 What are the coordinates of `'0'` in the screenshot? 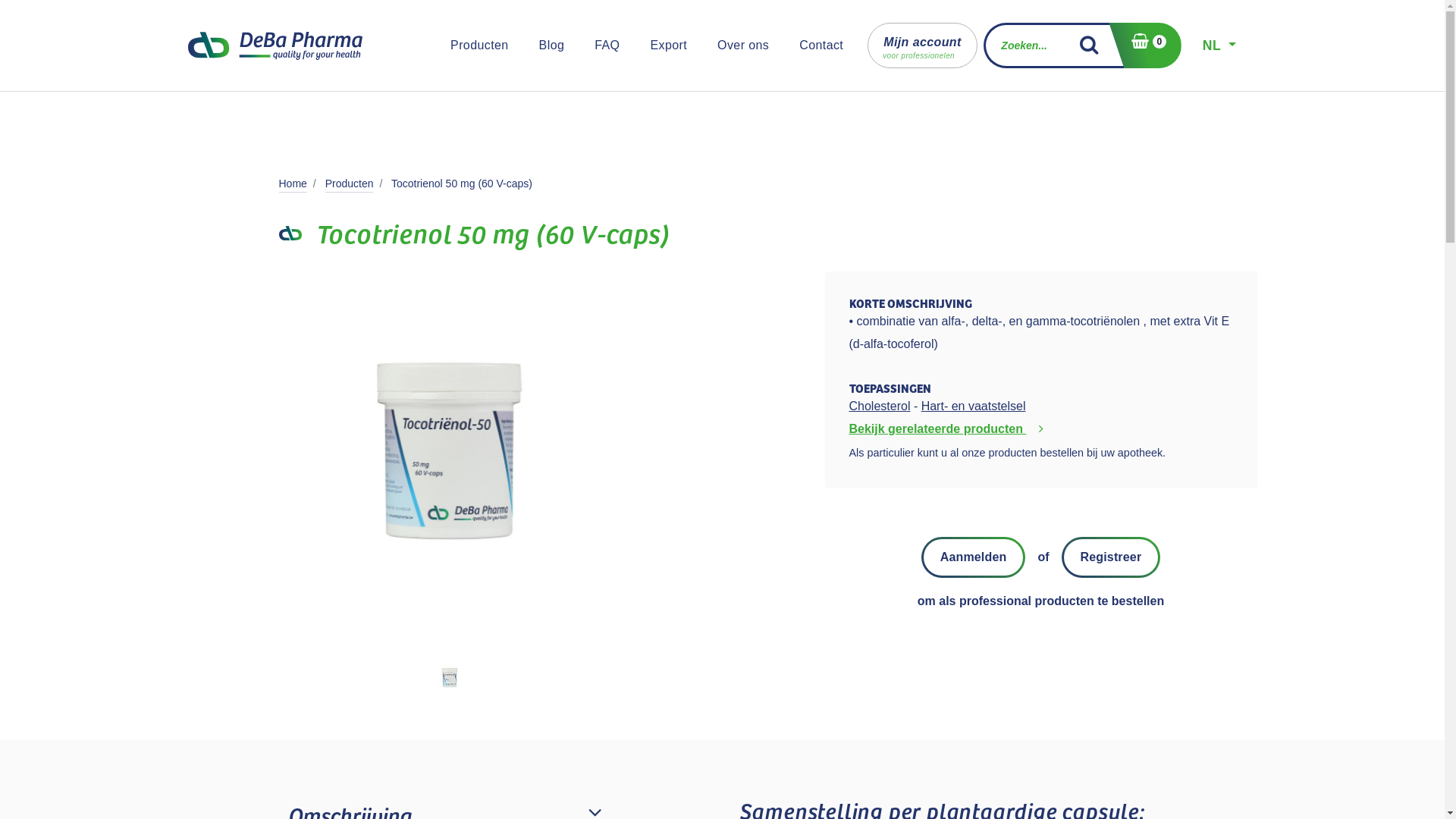 It's located at (1144, 45).